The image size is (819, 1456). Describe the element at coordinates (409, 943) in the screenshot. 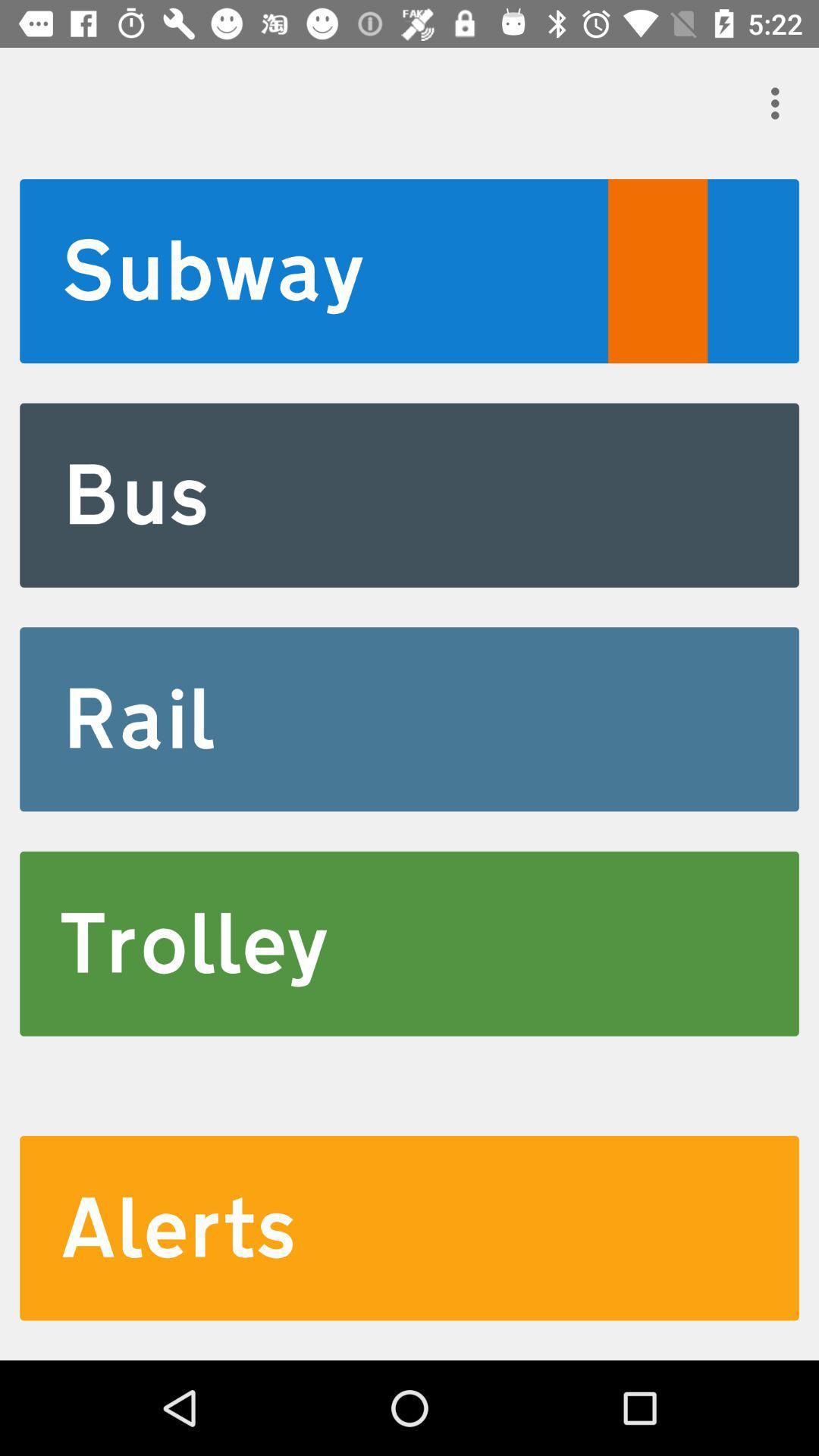

I see `the icon below rail item` at that location.